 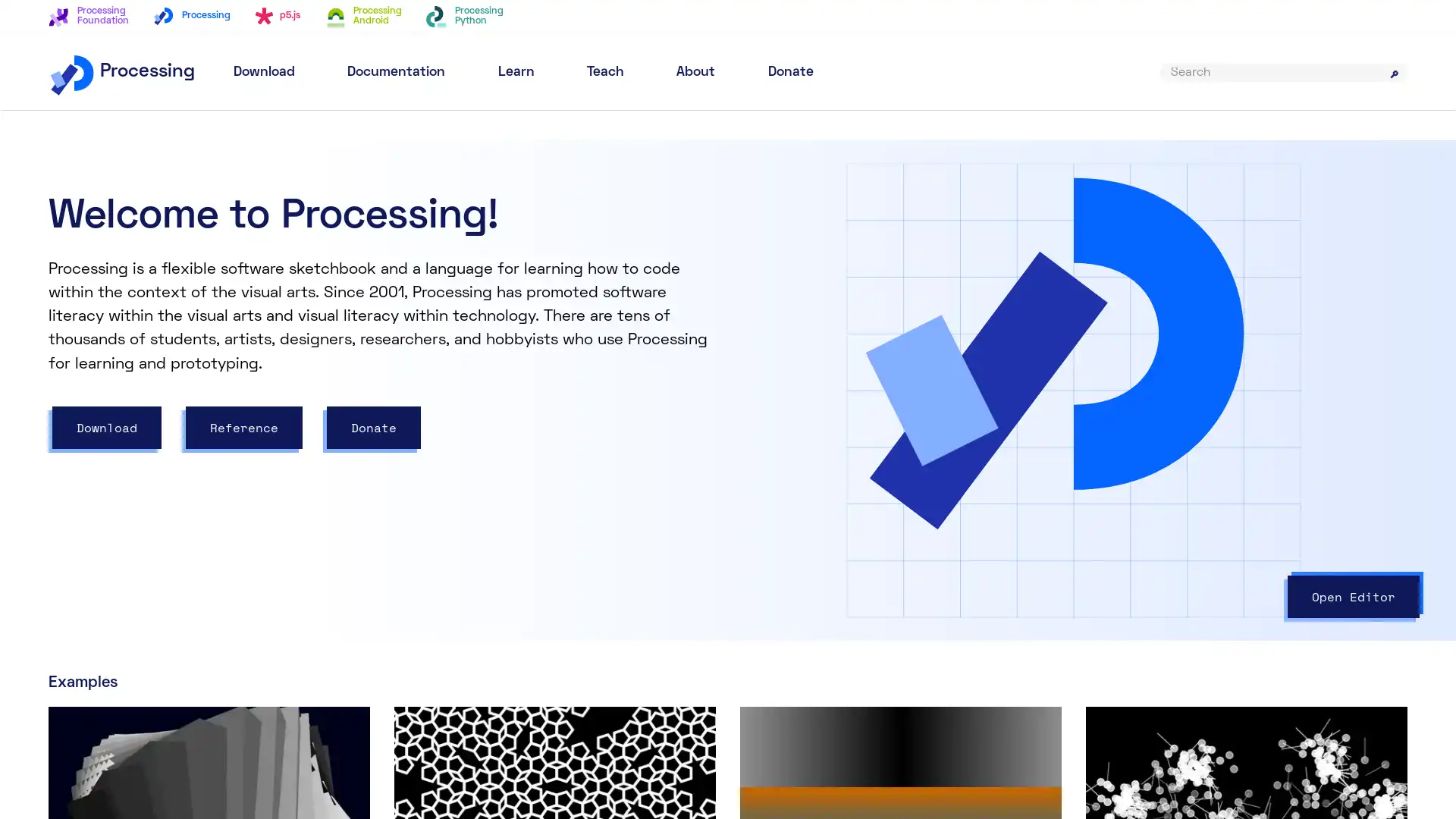 What do you see at coordinates (850, 397) in the screenshot?
I see `change position` at bounding box center [850, 397].